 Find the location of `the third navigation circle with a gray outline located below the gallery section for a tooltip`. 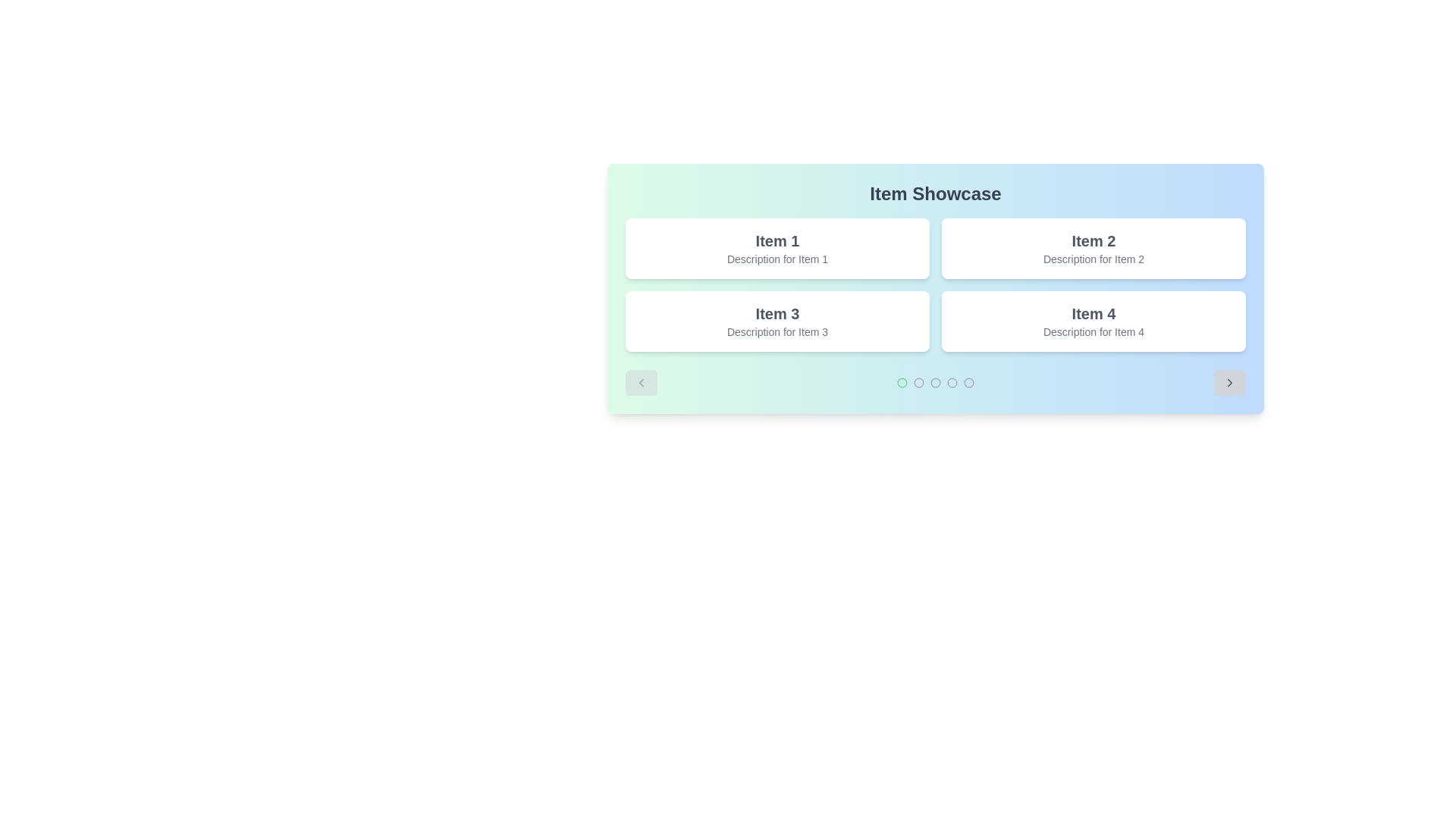

the third navigation circle with a gray outline located below the gallery section for a tooltip is located at coordinates (934, 382).